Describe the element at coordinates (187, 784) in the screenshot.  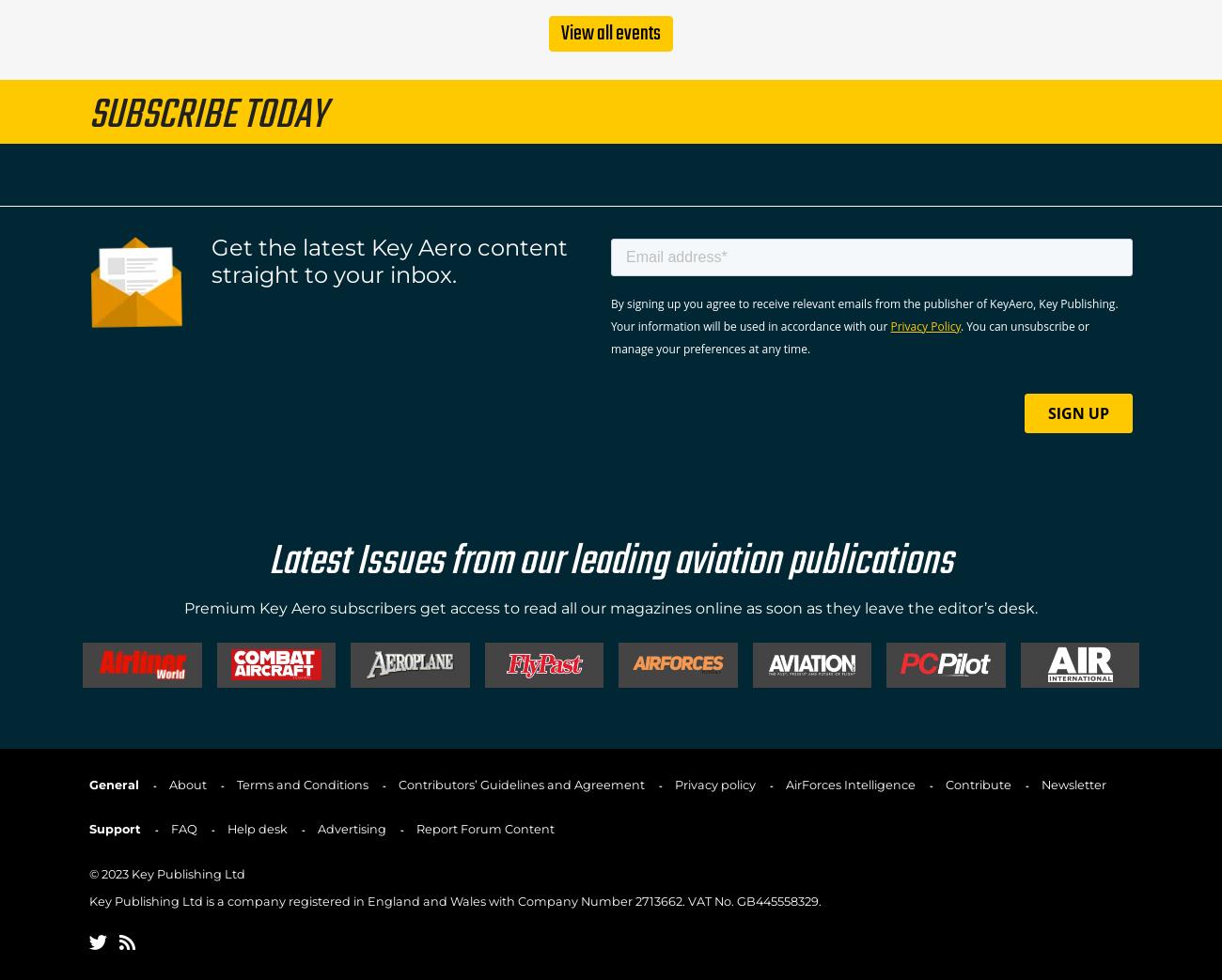
I see `'About'` at that location.